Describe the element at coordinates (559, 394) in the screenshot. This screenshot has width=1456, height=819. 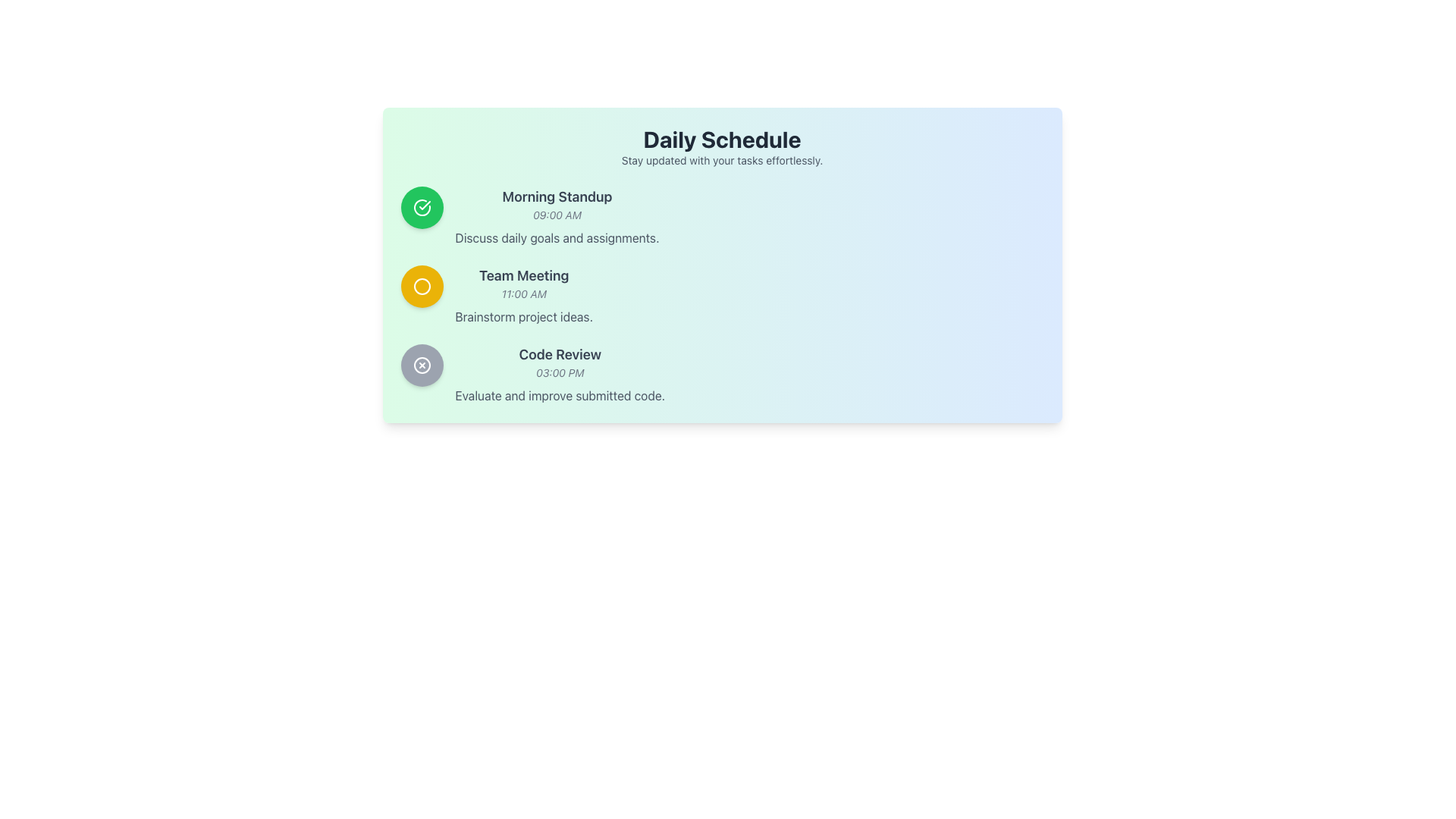
I see `the descriptive text element located at the bottom of the 'Code Review' section in the 'Daily Schedule' interface` at that location.